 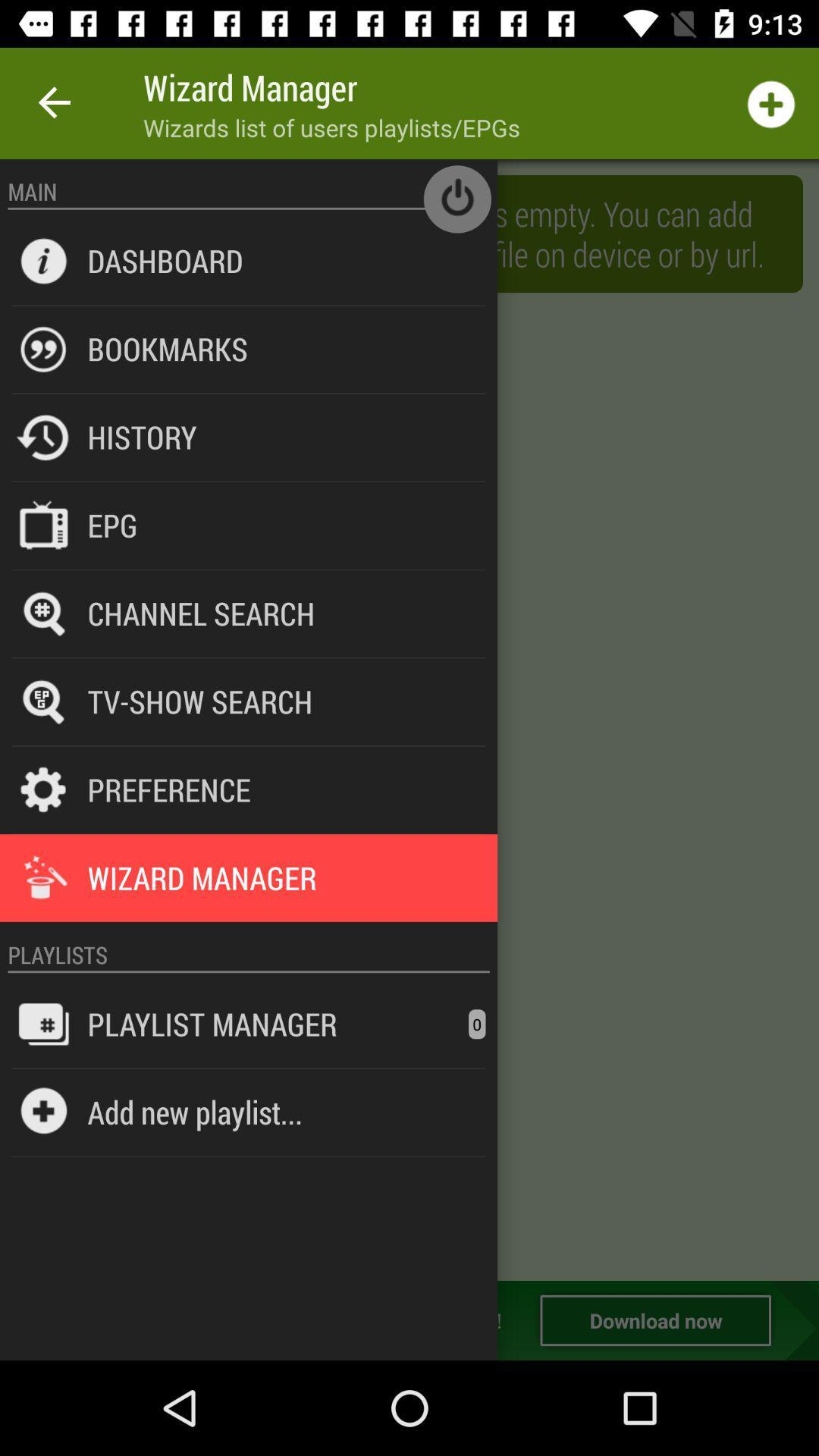 I want to click on item next to wizards list is icon, so click(x=165, y=260).